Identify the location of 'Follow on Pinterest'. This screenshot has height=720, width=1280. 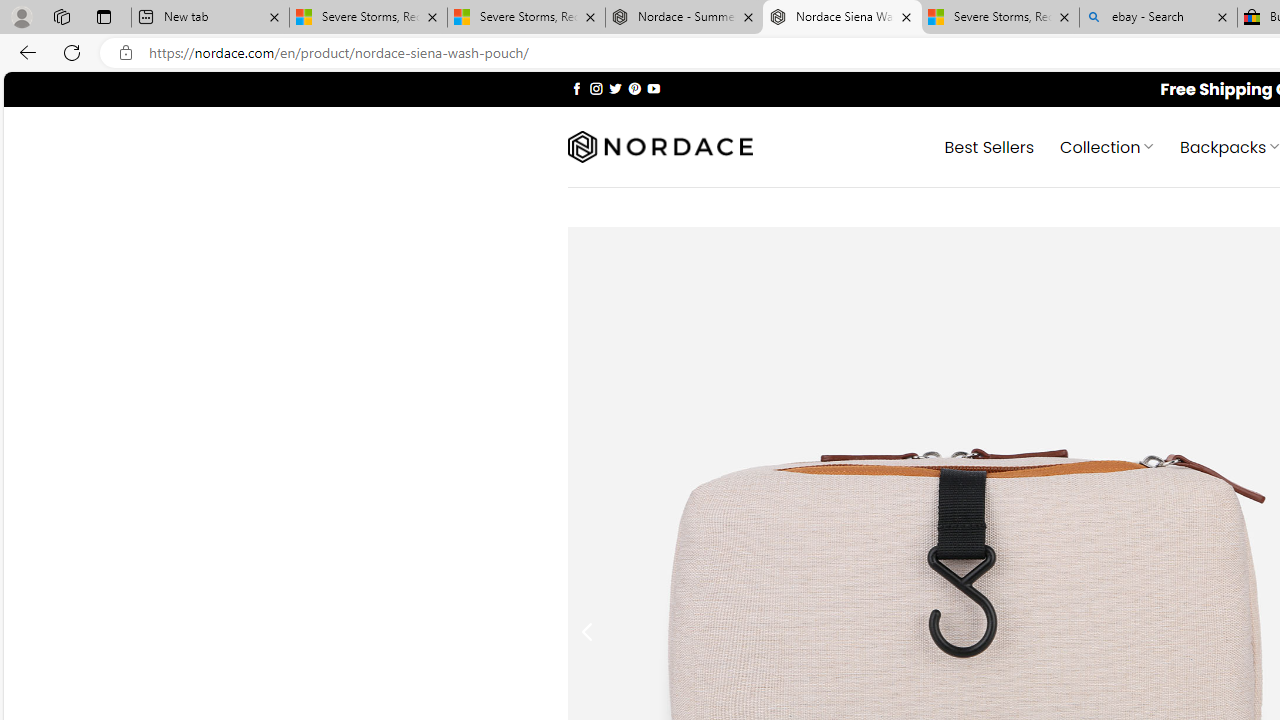
(633, 87).